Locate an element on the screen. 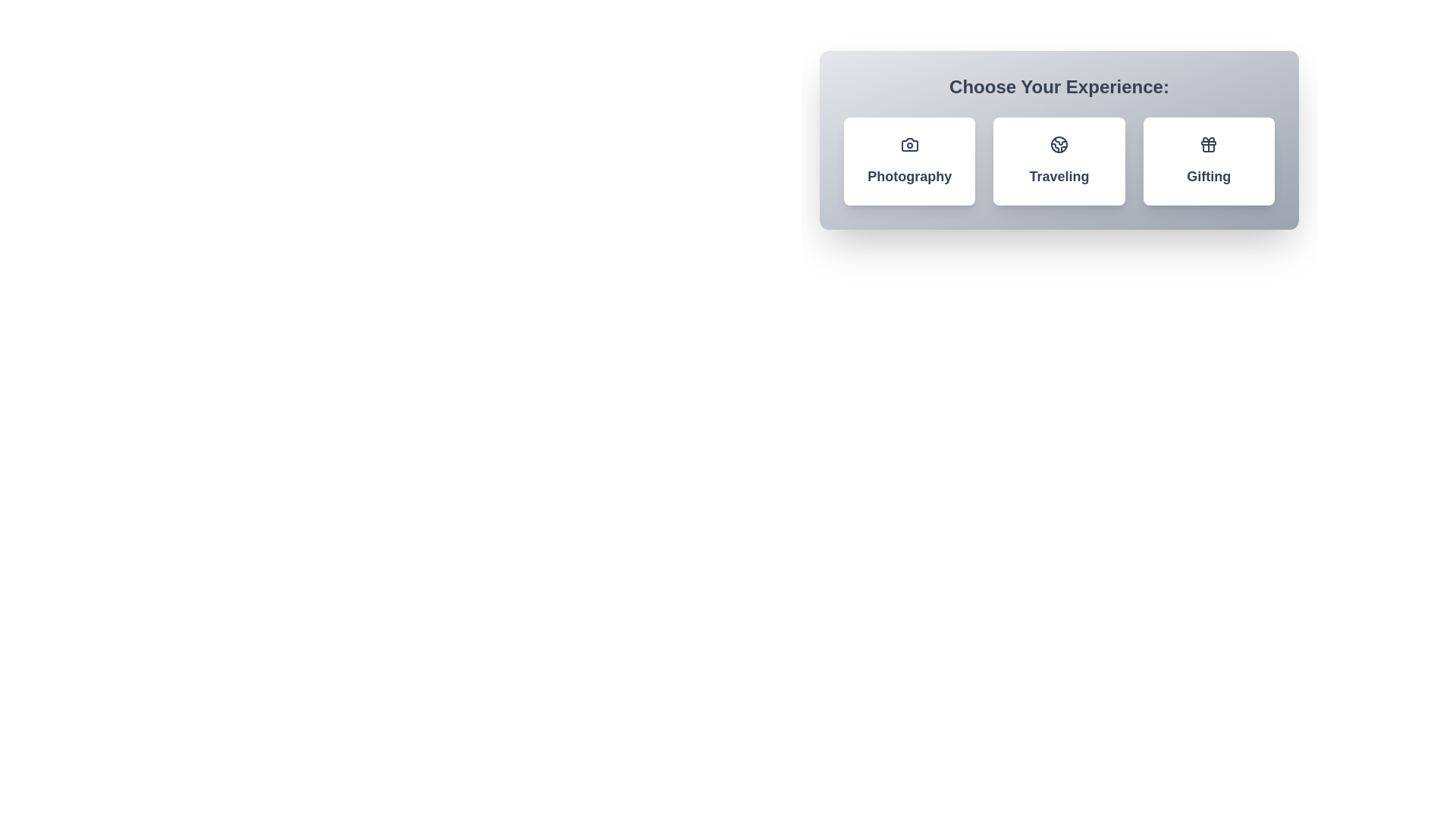 Image resolution: width=1456 pixels, height=819 pixels. the chip labeled Photography is located at coordinates (909, 161).